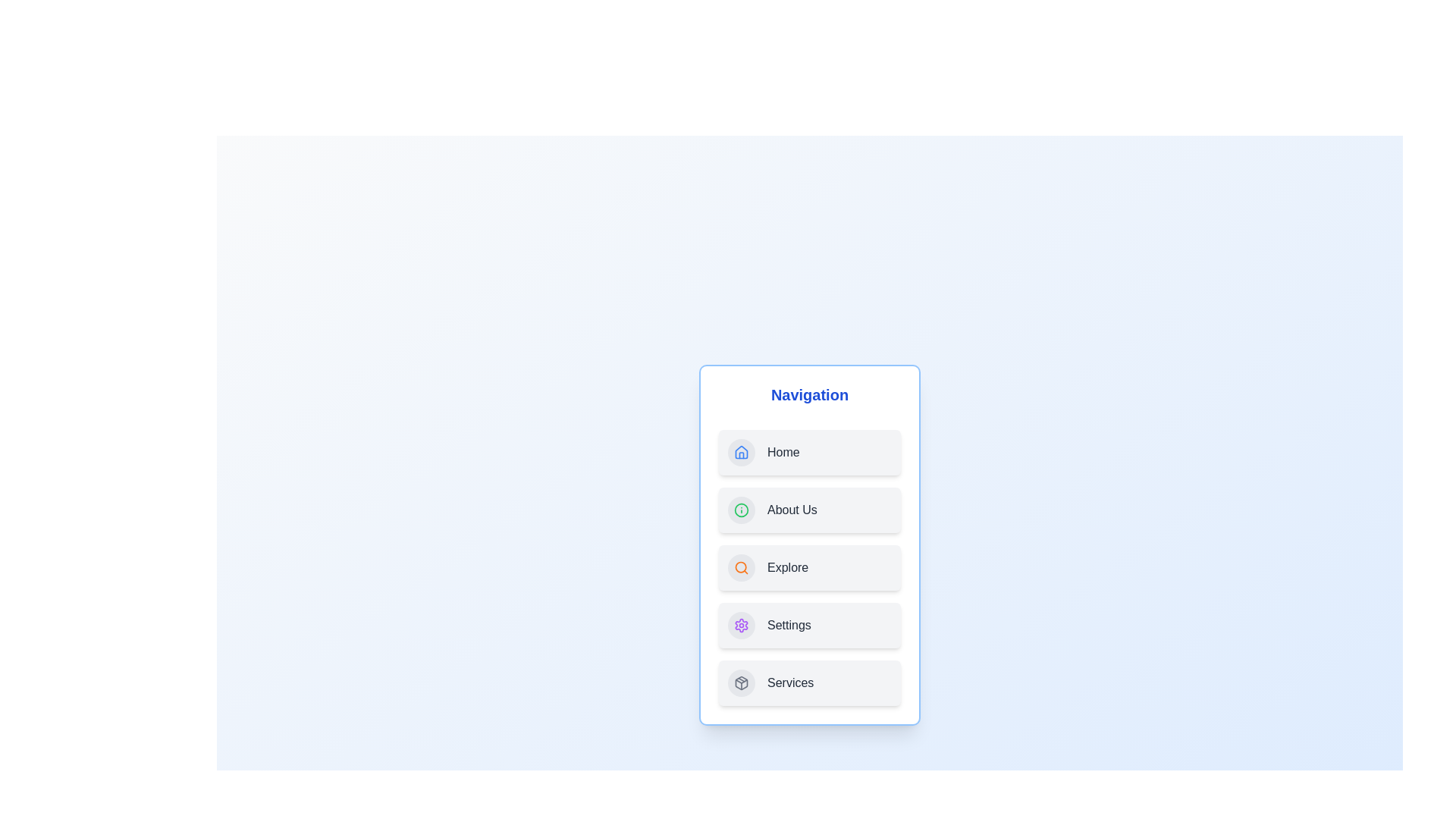 The height and width of the screenshot is (819, 1456). What do you see at coordinates (809, 510) in the screenshot?
I see `the navigation item labeled About Us` at bounding box center [809, 510].